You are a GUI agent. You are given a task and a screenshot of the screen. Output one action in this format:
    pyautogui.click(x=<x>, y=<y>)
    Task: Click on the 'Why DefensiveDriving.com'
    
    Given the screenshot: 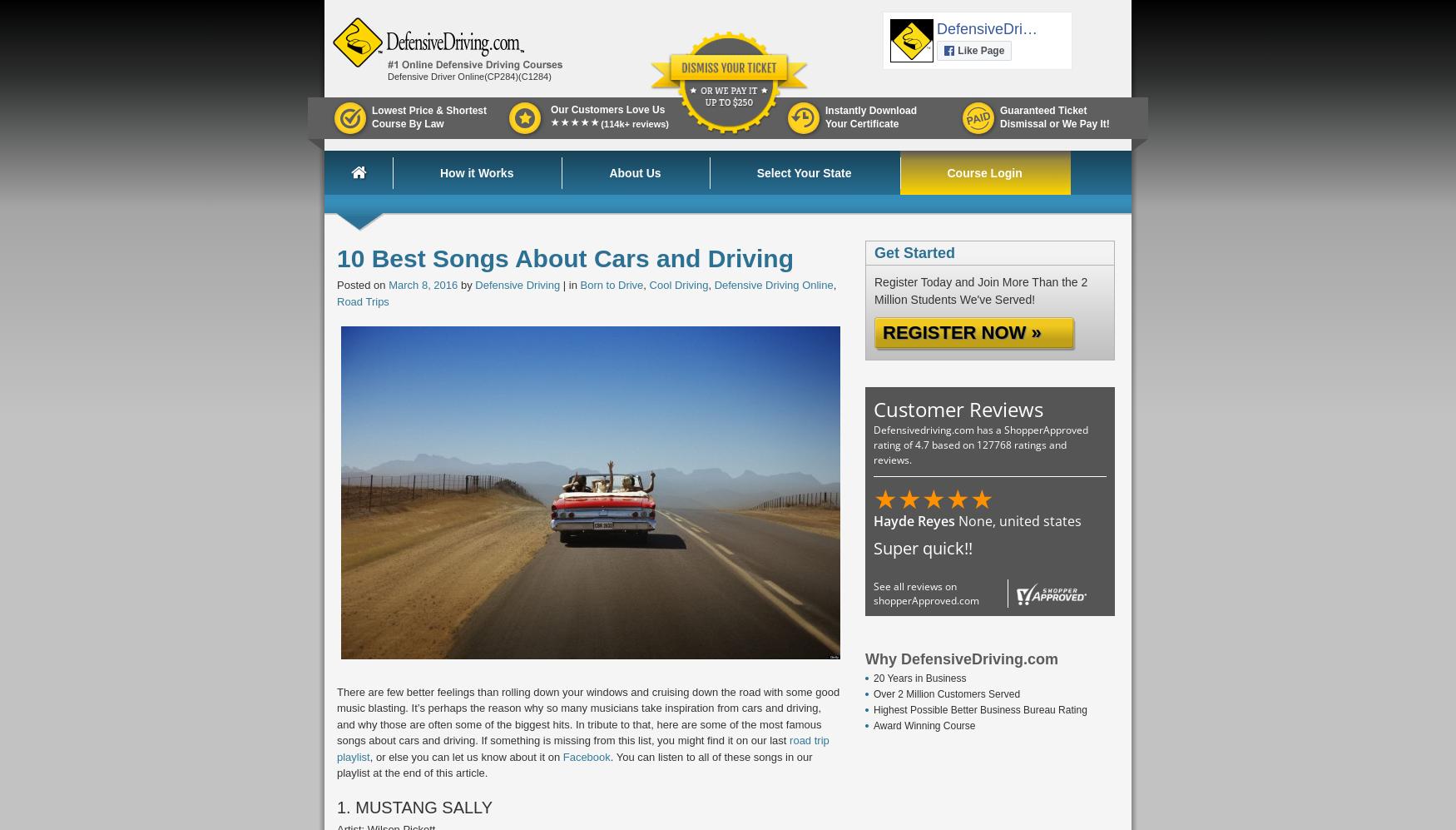 What is the action you would take?
    pyautogui.click(x=961, y=659)
    